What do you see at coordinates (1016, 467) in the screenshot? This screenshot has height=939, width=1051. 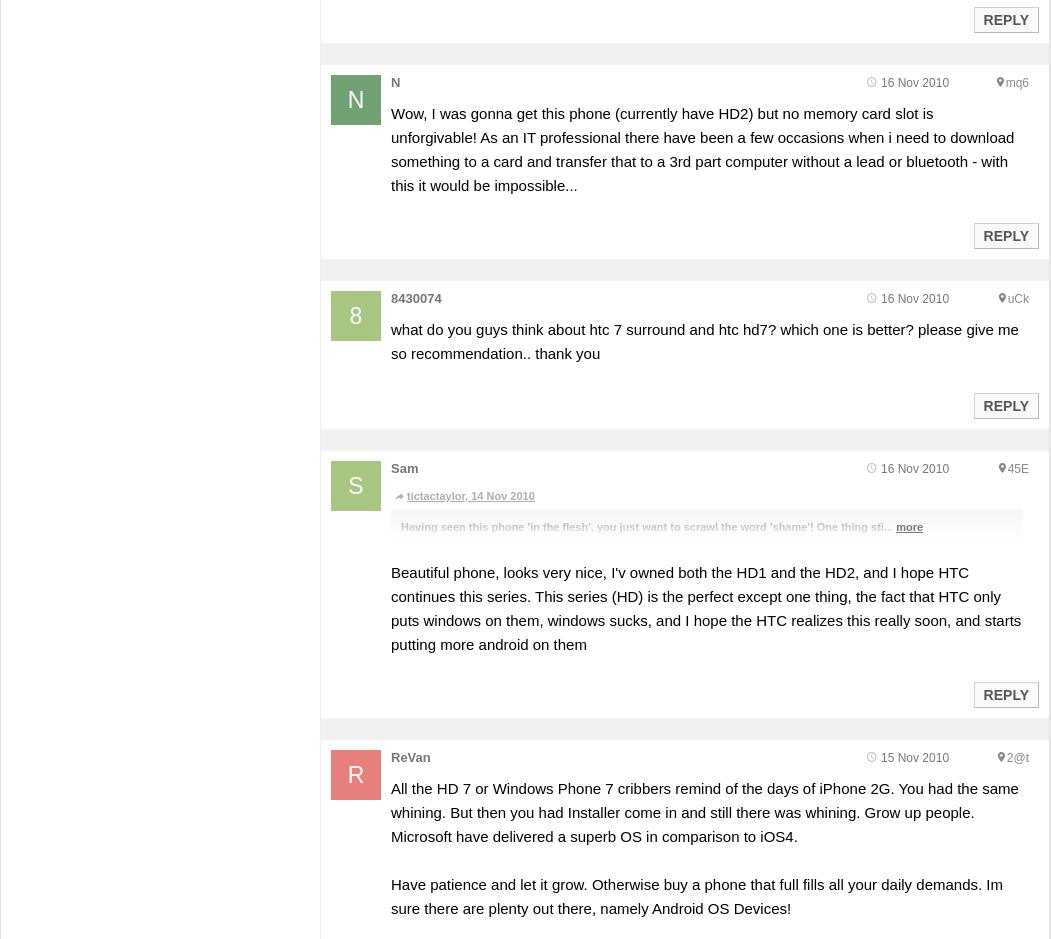 I see `'45E'` at bounding box center [1016, 467].